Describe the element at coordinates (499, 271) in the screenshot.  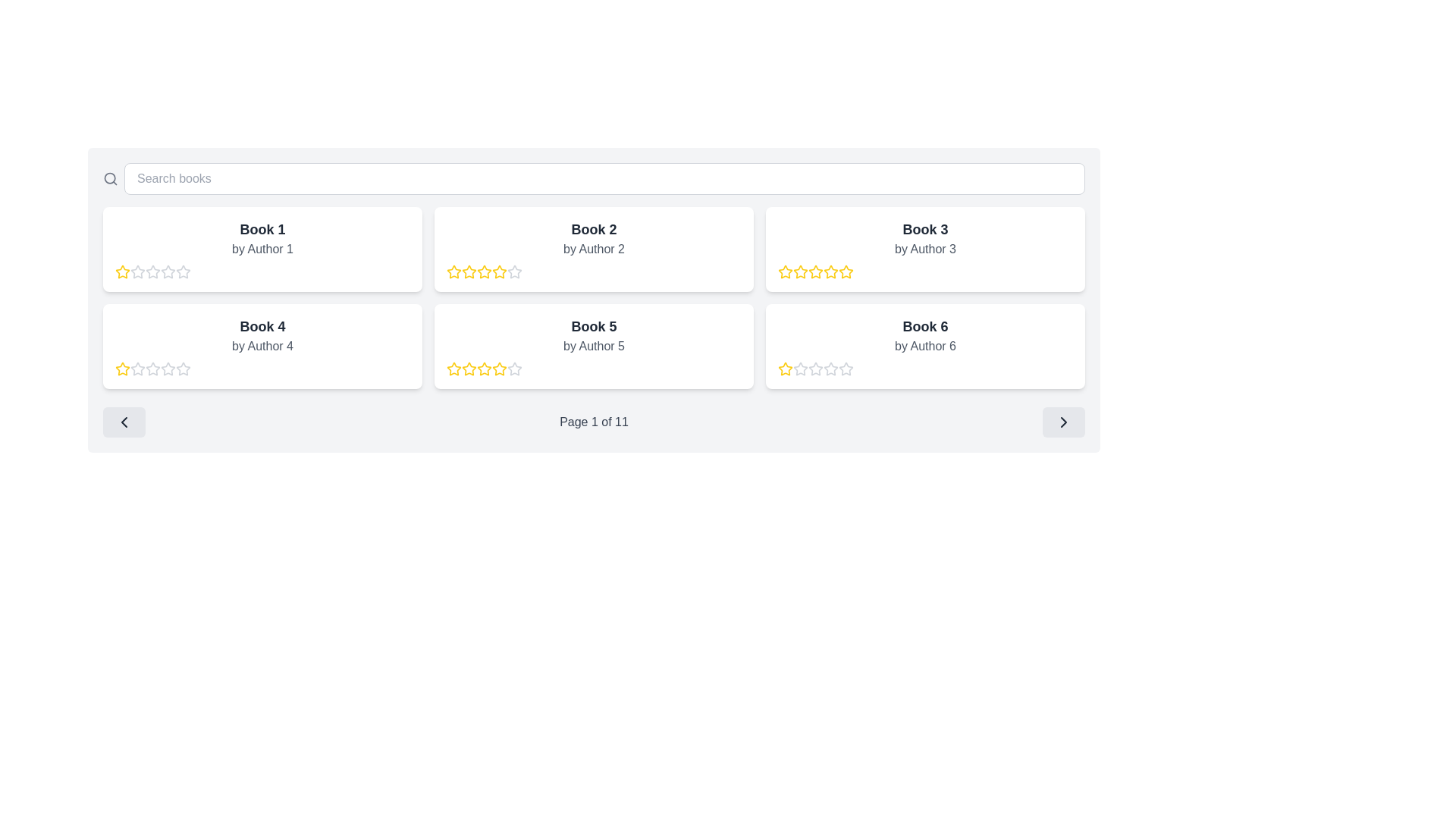
I see `the third rating star icon` at that location.